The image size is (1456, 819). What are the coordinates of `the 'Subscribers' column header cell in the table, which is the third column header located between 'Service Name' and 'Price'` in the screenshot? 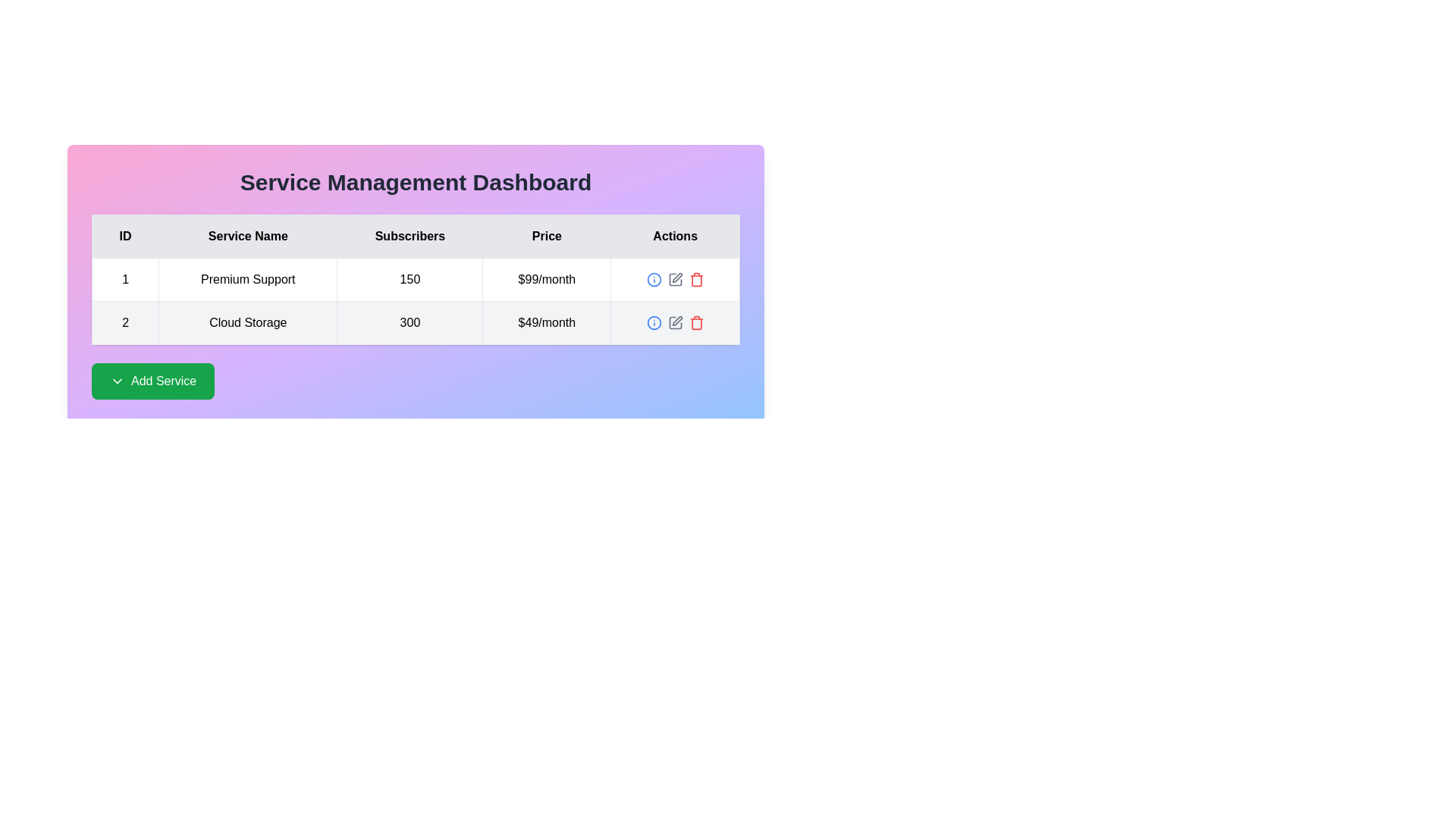 It's located at (409, 237).